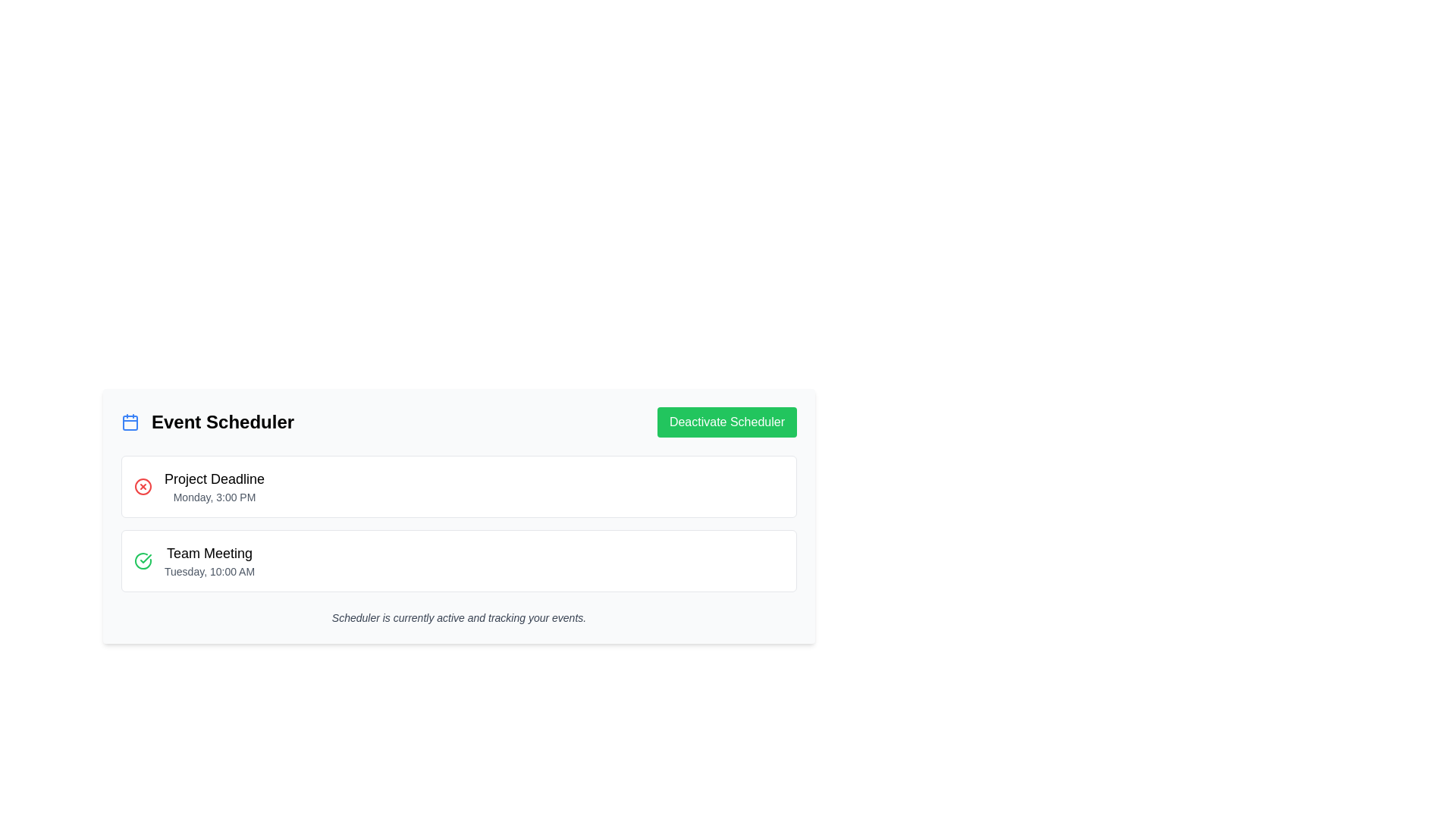 The image size is (1456, 819). Describe the element at coordinates (143, 561) in the screenshot. I see `the completion status icon for the 'Team Meeting' event, which indicates that the event has been successfully scheduled or marked as completed` at that location.